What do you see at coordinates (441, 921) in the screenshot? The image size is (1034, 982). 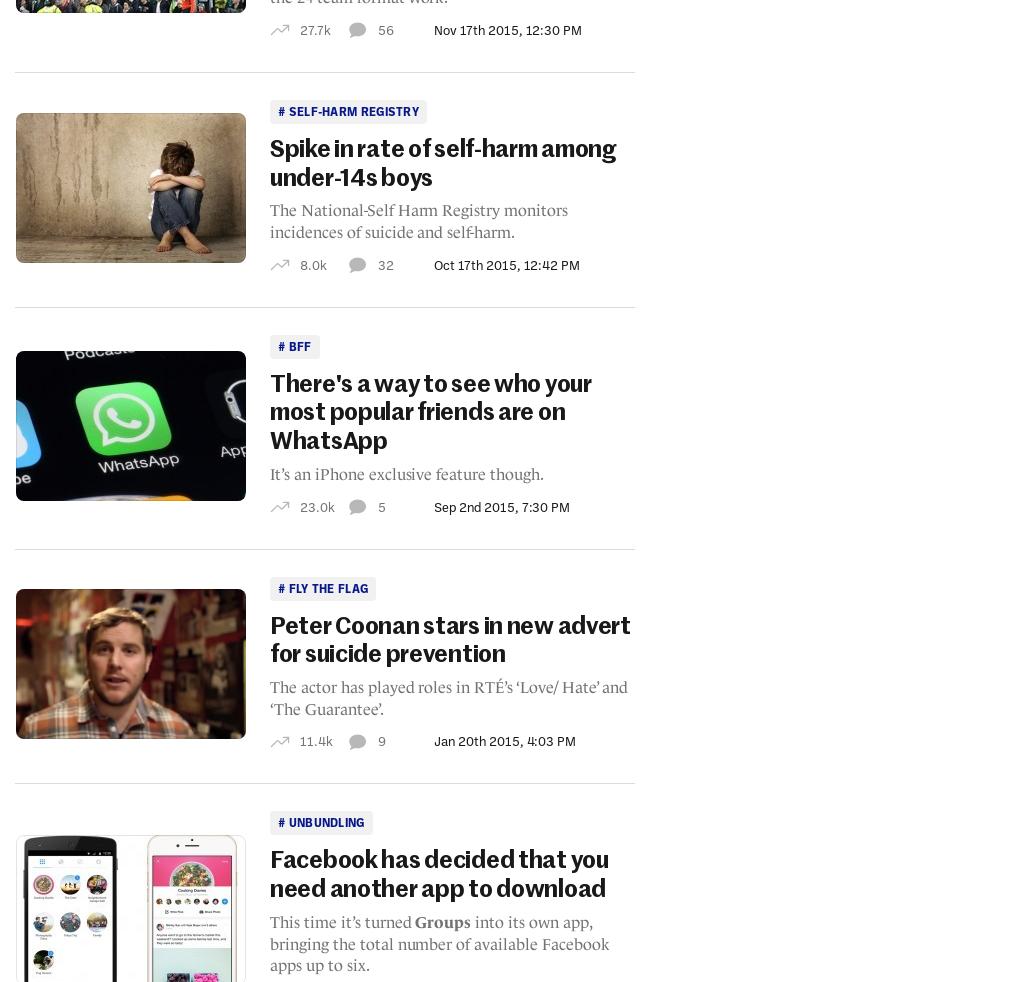 I see `'Groups'` at bounding box center [441, 921].